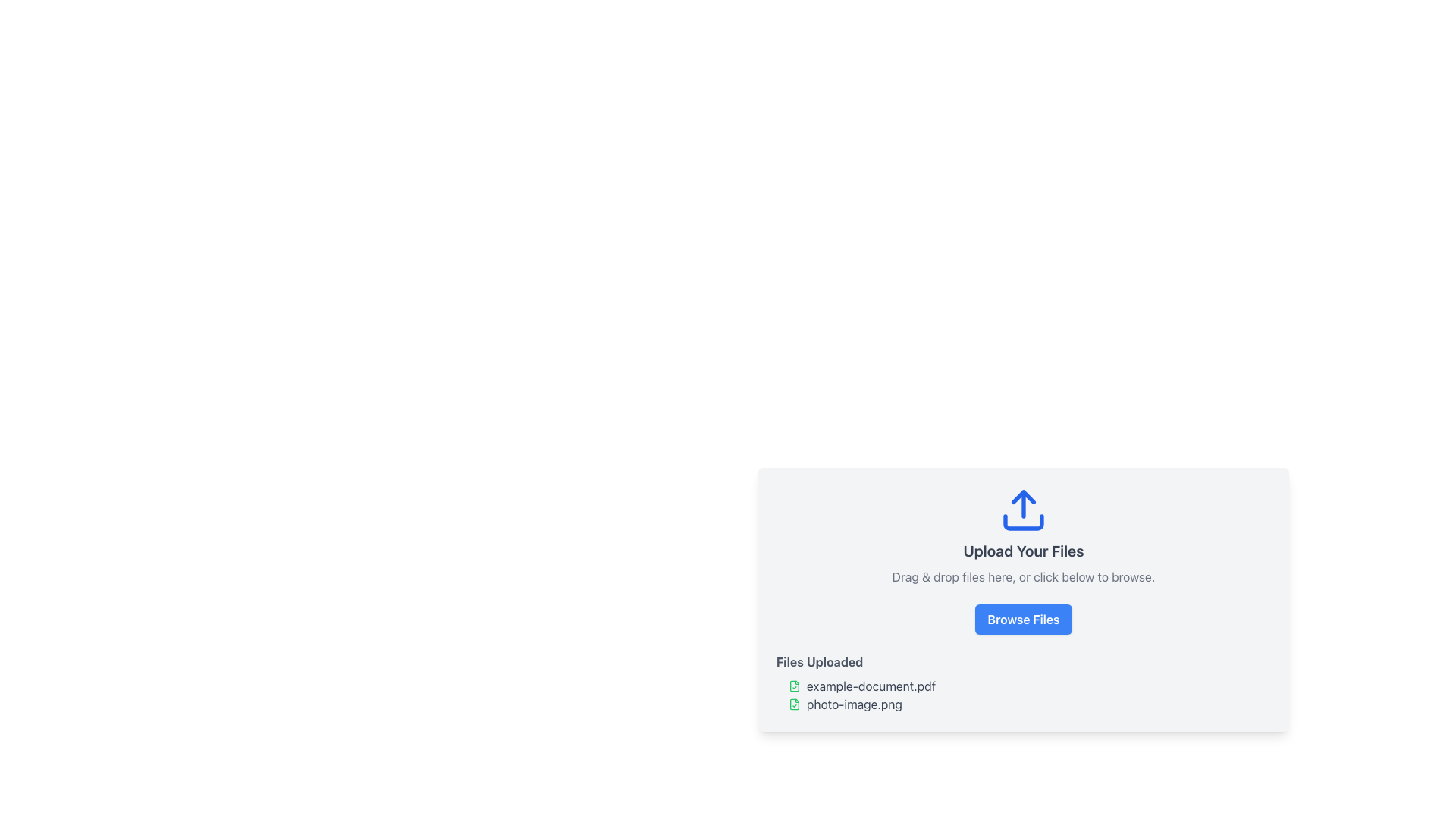 This screenshot has width=1456, height=819. Describe the element at coordinates (1023, 510) in the screenshot. I see `the prominent blue icon featuring an upward arrow within a semi-circular base, located at the top center of the 'Upload Your Files' box` at that location.